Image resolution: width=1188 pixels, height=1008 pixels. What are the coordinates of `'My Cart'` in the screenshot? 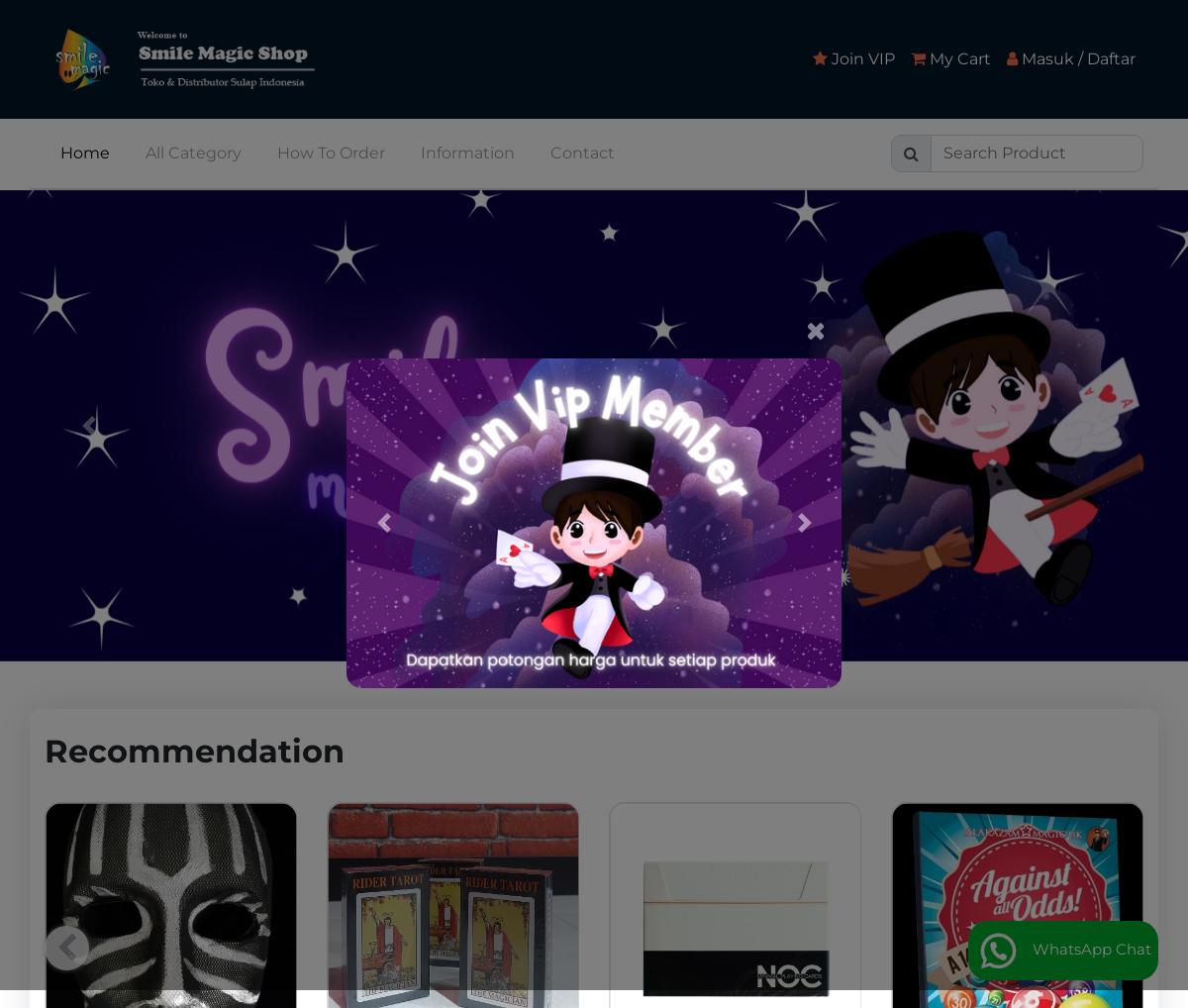 It's located at (926, 57).